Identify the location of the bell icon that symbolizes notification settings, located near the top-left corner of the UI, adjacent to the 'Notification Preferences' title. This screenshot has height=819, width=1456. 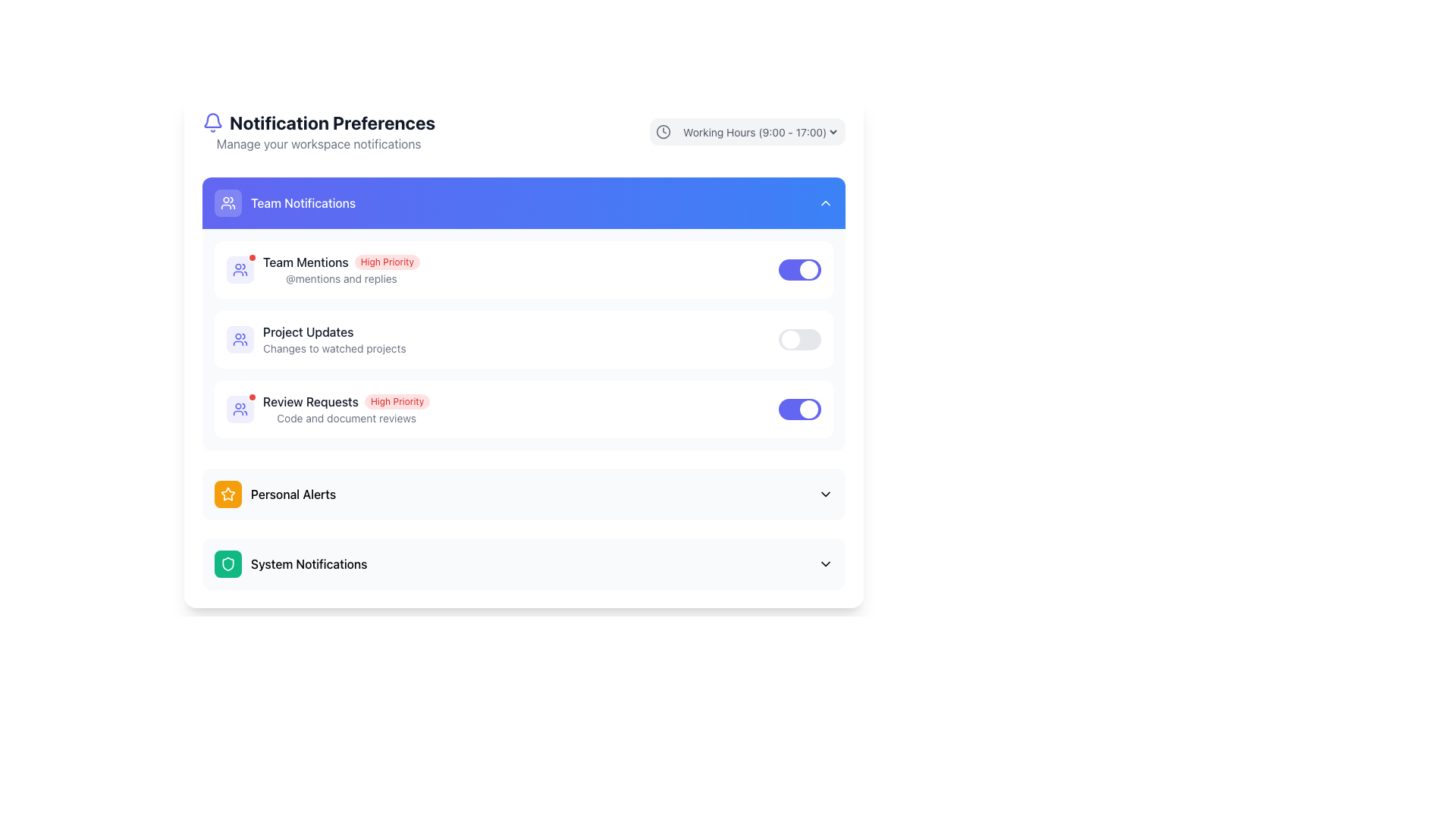
(212, 120).